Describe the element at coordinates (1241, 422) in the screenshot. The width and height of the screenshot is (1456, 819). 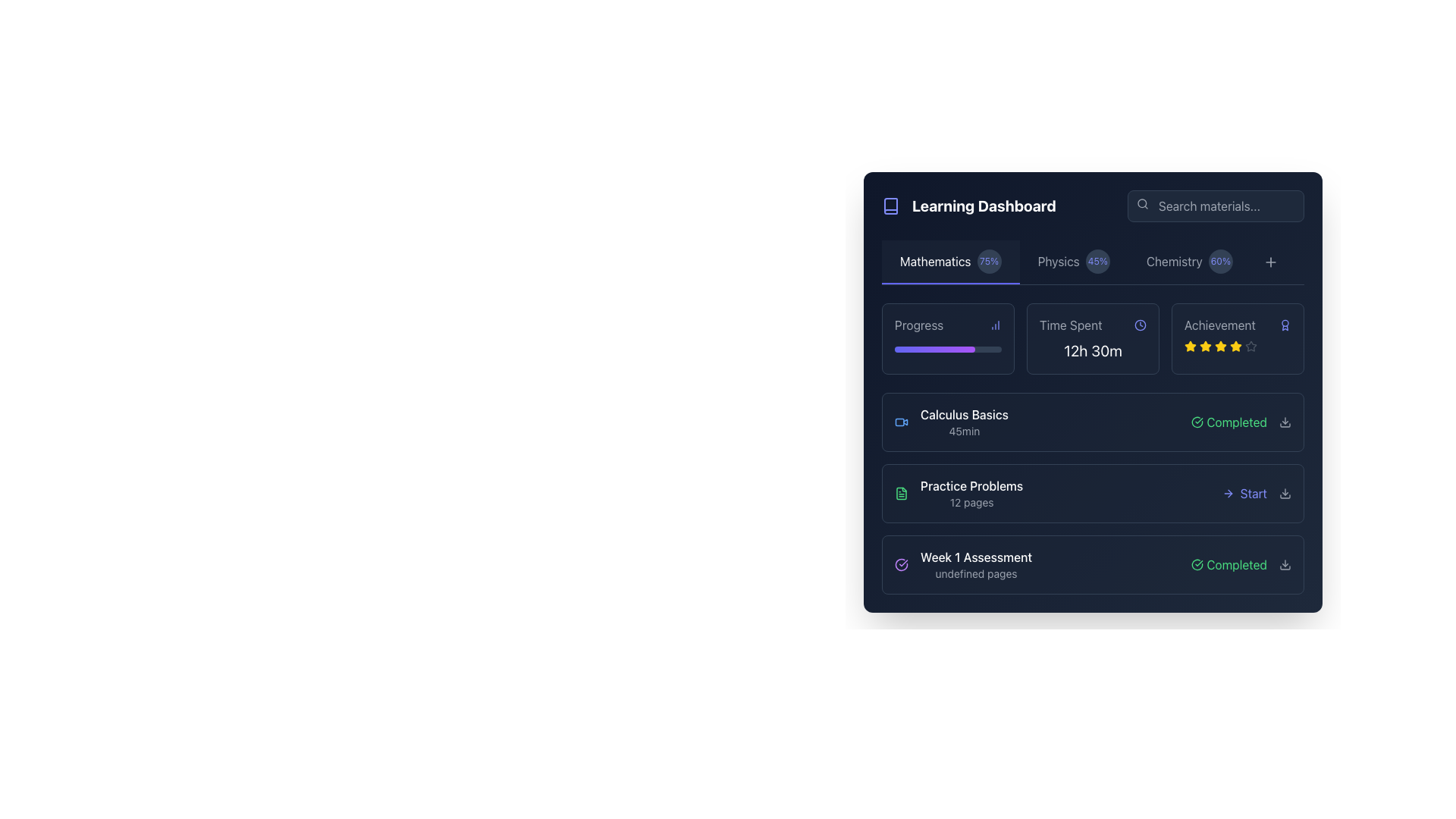
I see `the Status indicator with text and icon located at the far right of the 'Calculus Basics' entry in the learning dashboard` at that location.